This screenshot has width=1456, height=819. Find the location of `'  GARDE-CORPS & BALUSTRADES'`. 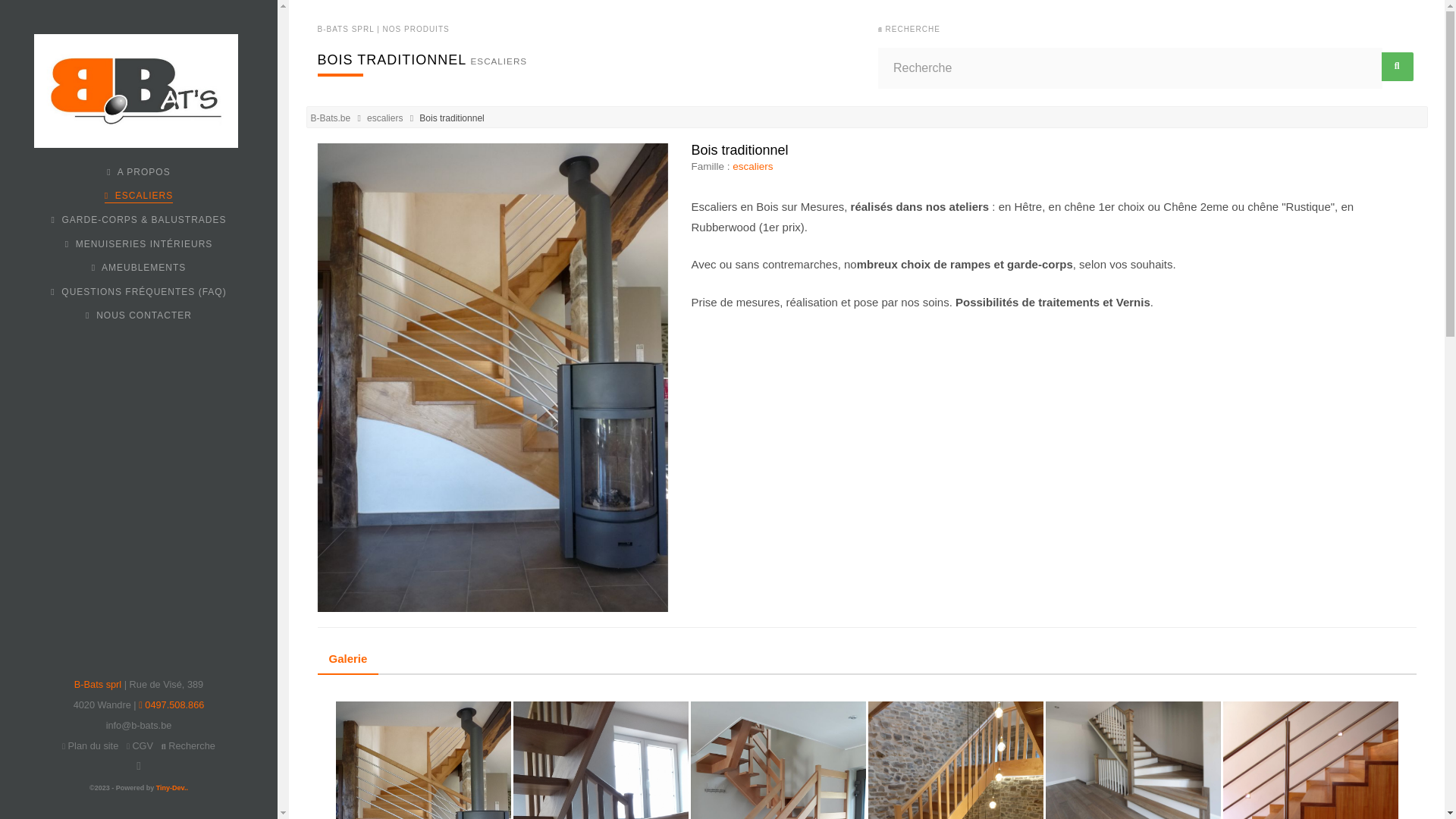

'  GARDE-CORPS & BALUSTRADES' is located at coordinates (138, 219).